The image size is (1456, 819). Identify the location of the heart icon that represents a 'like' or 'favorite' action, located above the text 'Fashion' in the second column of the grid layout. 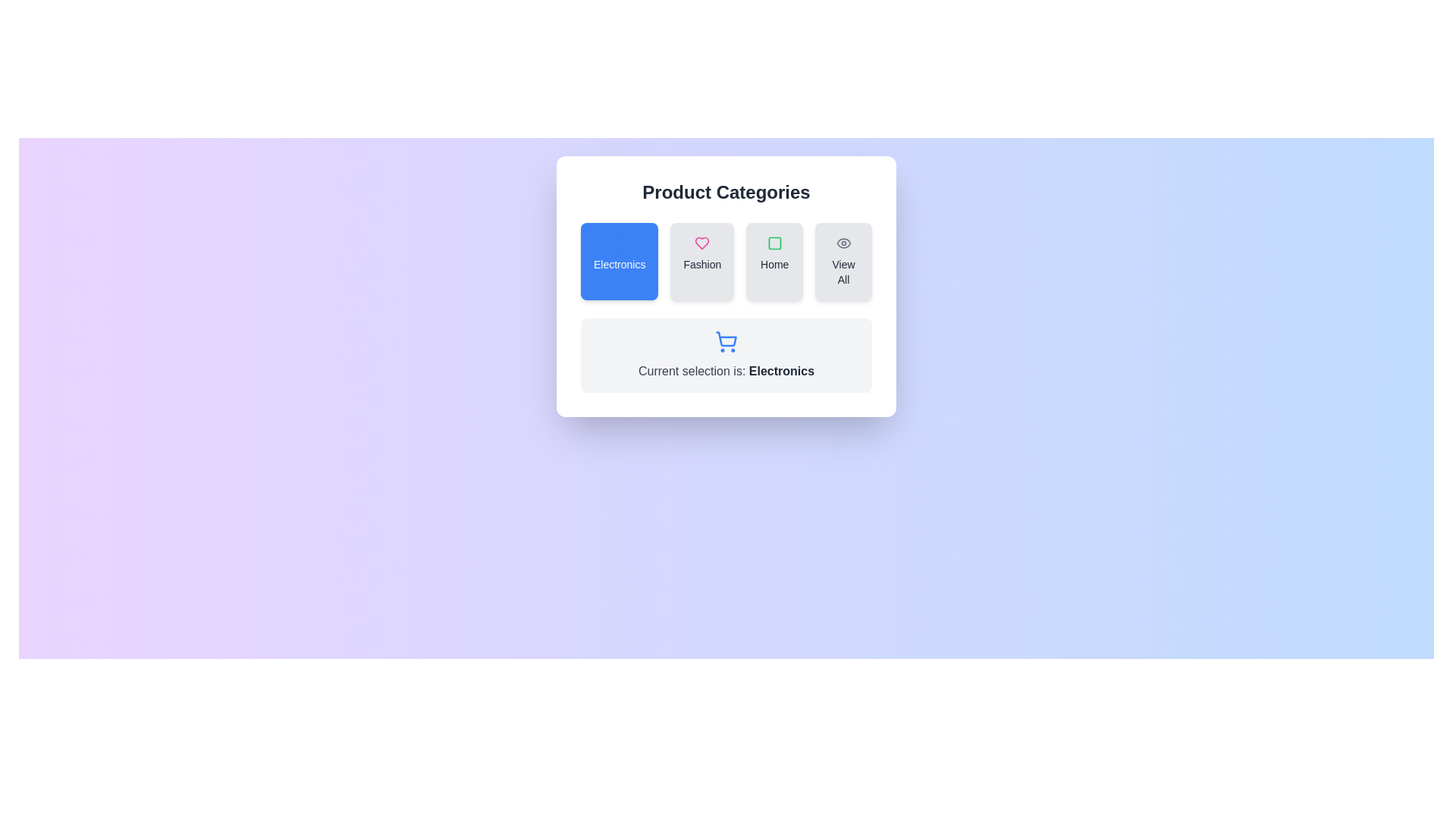
(701, 242).